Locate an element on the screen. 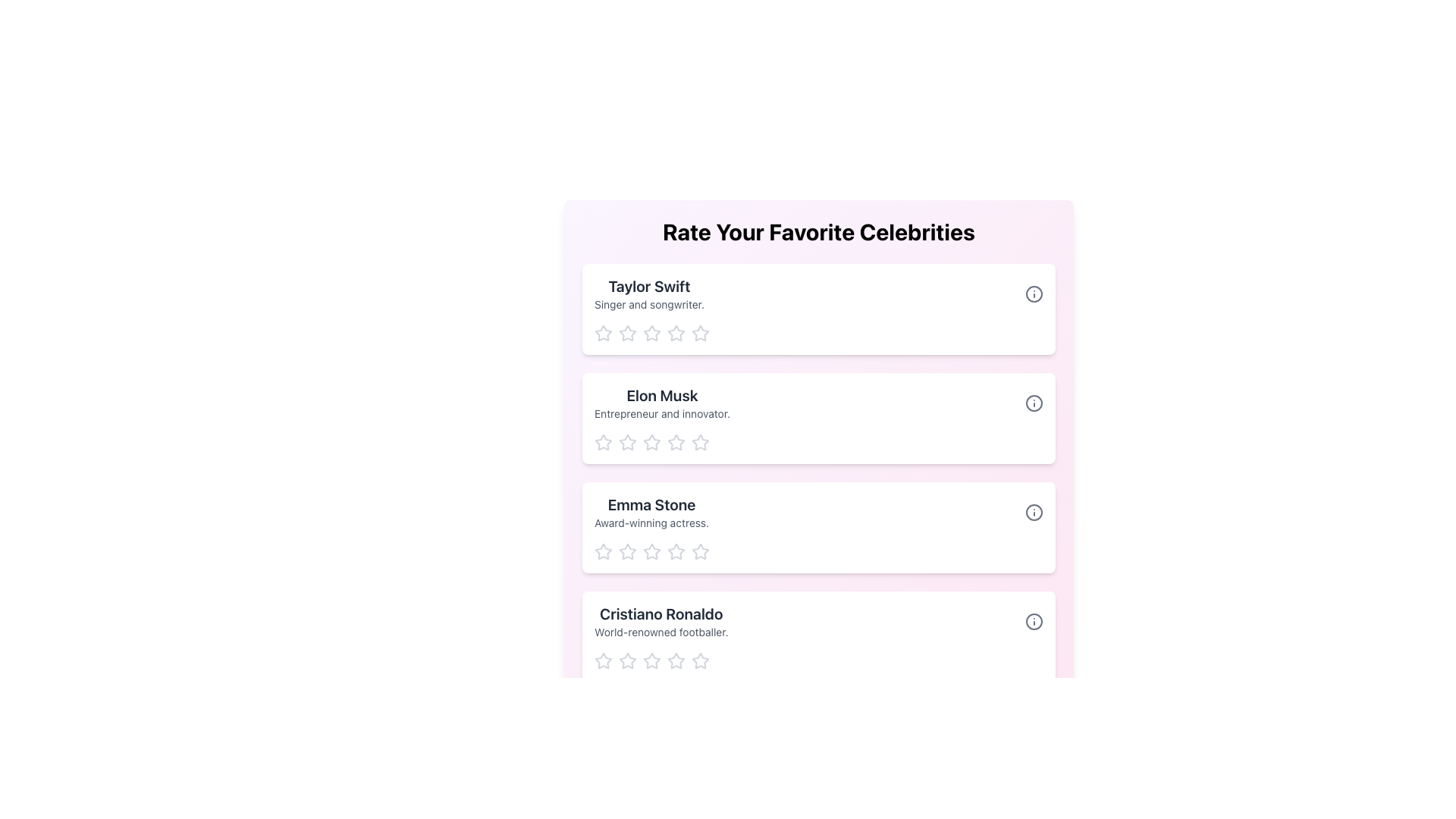 Image resolution: width=1456 pixels, height=819 pixels. the fifth star icon in the five-star rating system under the 'Cristiano Ronaldo' section is located at coordinates (700, 660).